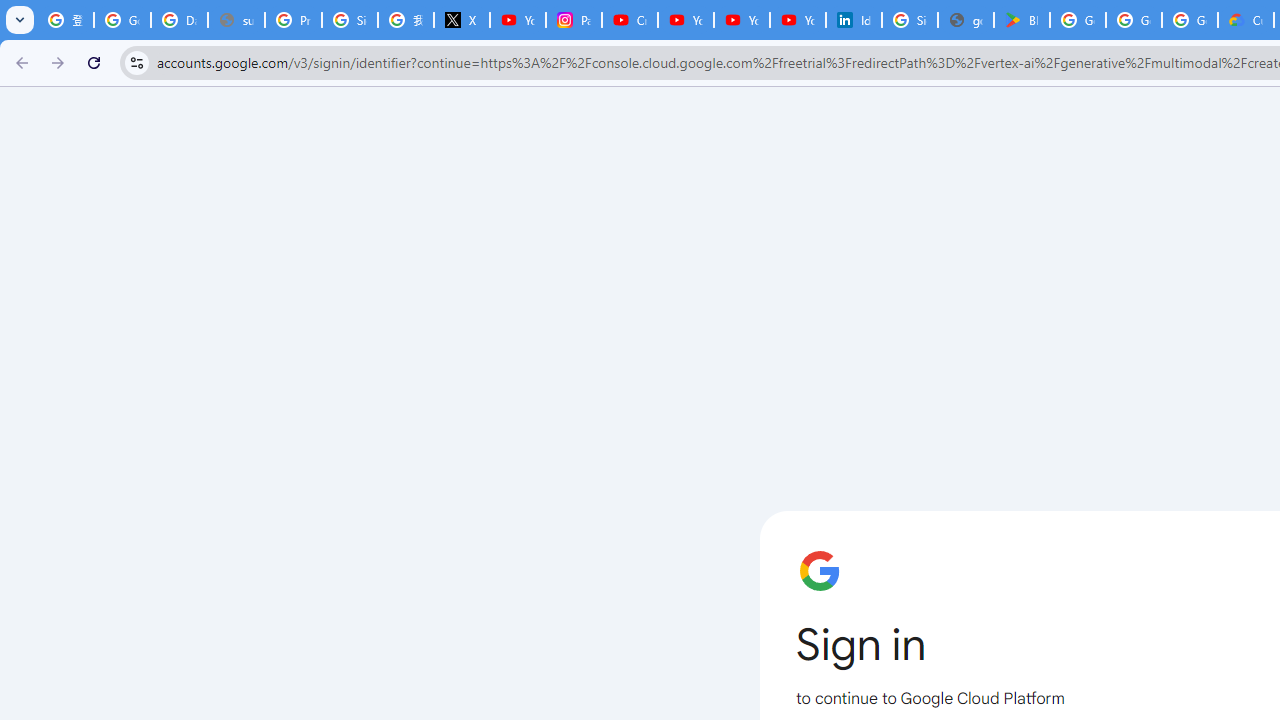 The height and width of the screenshot is (720, 1280). Describe the element at coordinates (1134, 20) in the screenshot. I see `'Google Workspace - Specific Terms'` at that location.